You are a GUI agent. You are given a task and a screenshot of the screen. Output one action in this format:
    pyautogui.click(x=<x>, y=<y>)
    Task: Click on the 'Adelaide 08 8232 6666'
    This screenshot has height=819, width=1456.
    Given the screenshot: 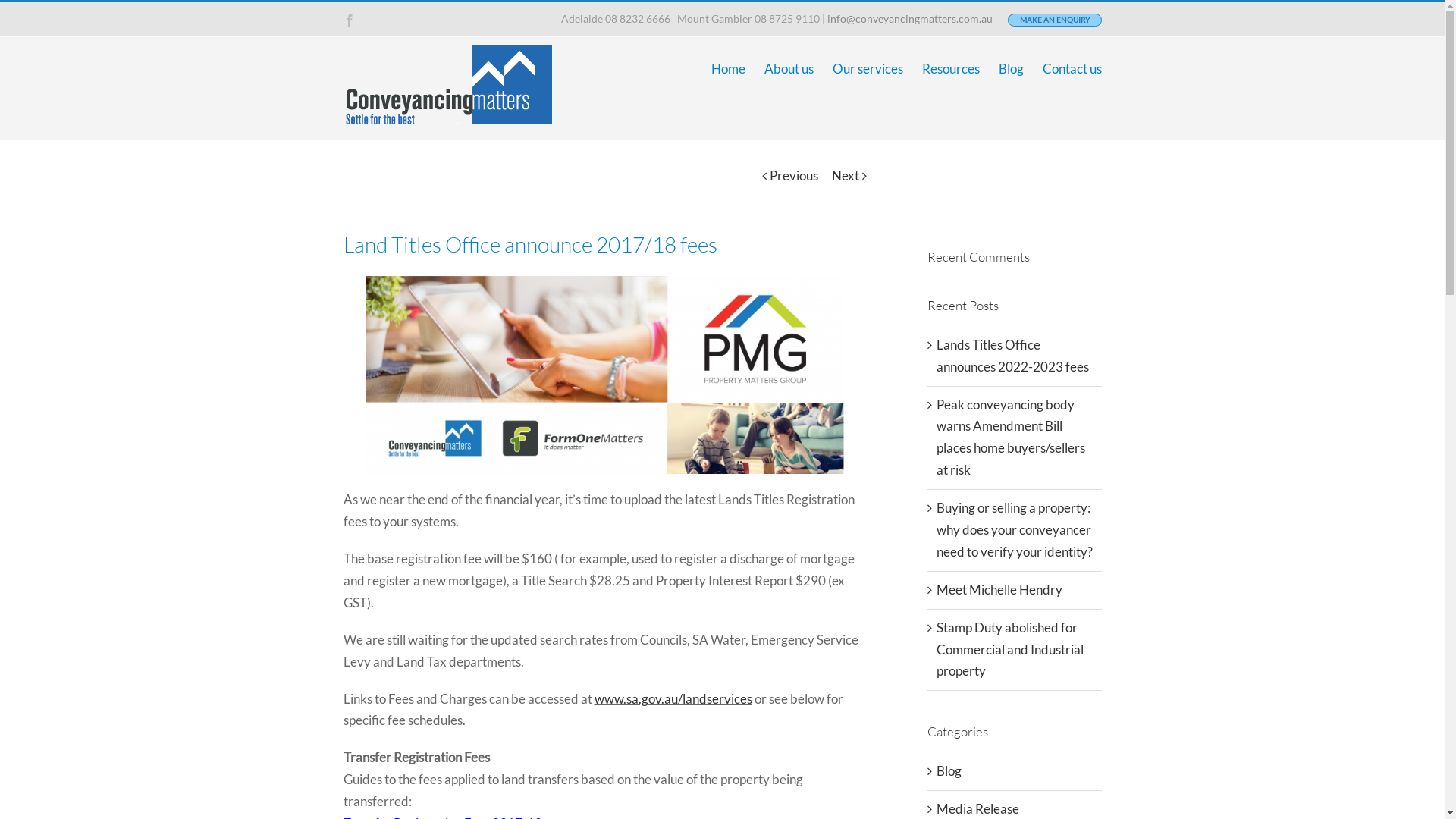 What is the action you would take?
    pyautogui.click(x=560, y=18)
    